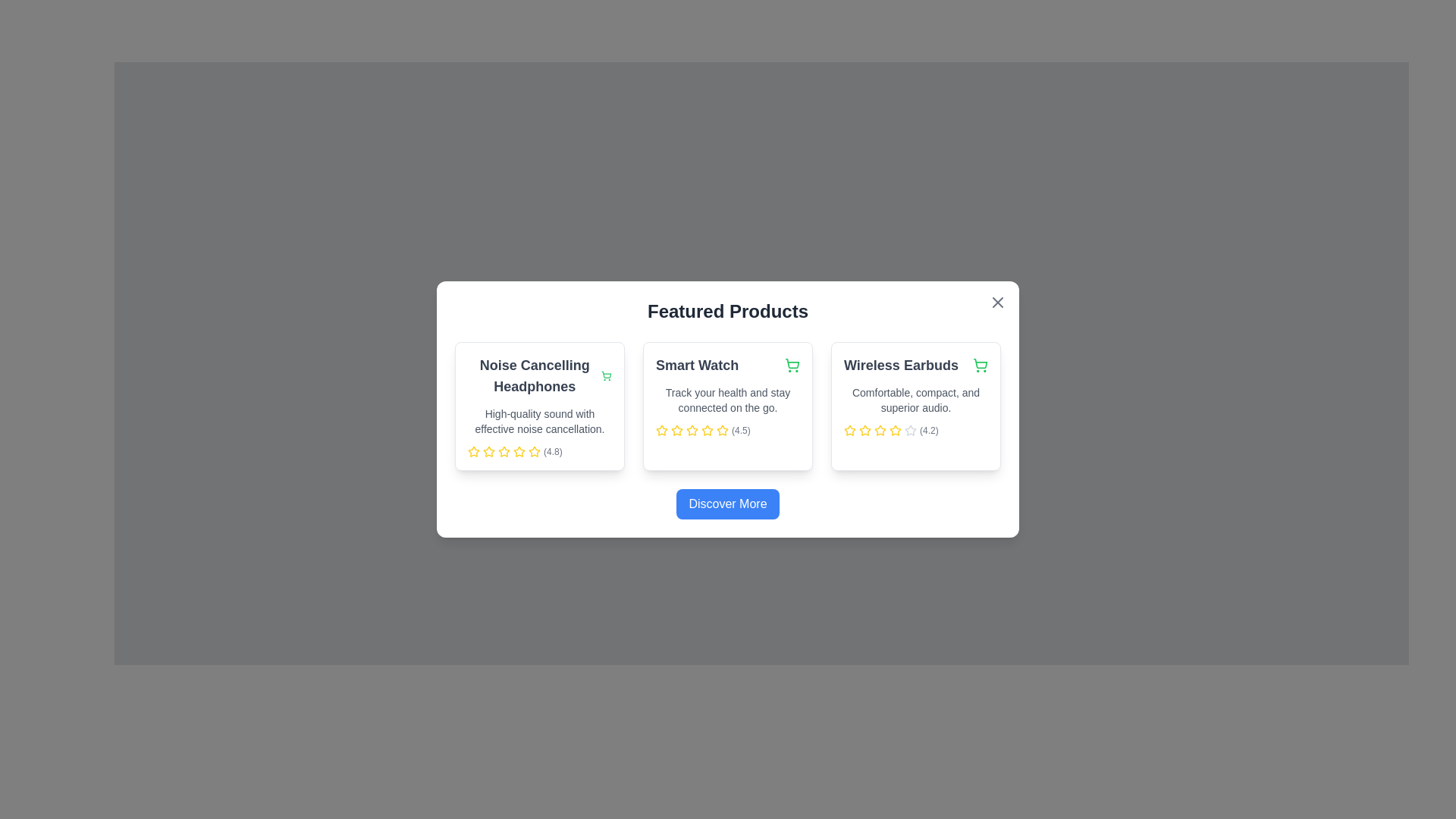 The image size is (1456, 819). Describe the element at coordinates (504, 450) in the screenshot. I see `the mouse across the second star icon in the rating section of the 'Noise Cancelling Headphones' card` at that location.